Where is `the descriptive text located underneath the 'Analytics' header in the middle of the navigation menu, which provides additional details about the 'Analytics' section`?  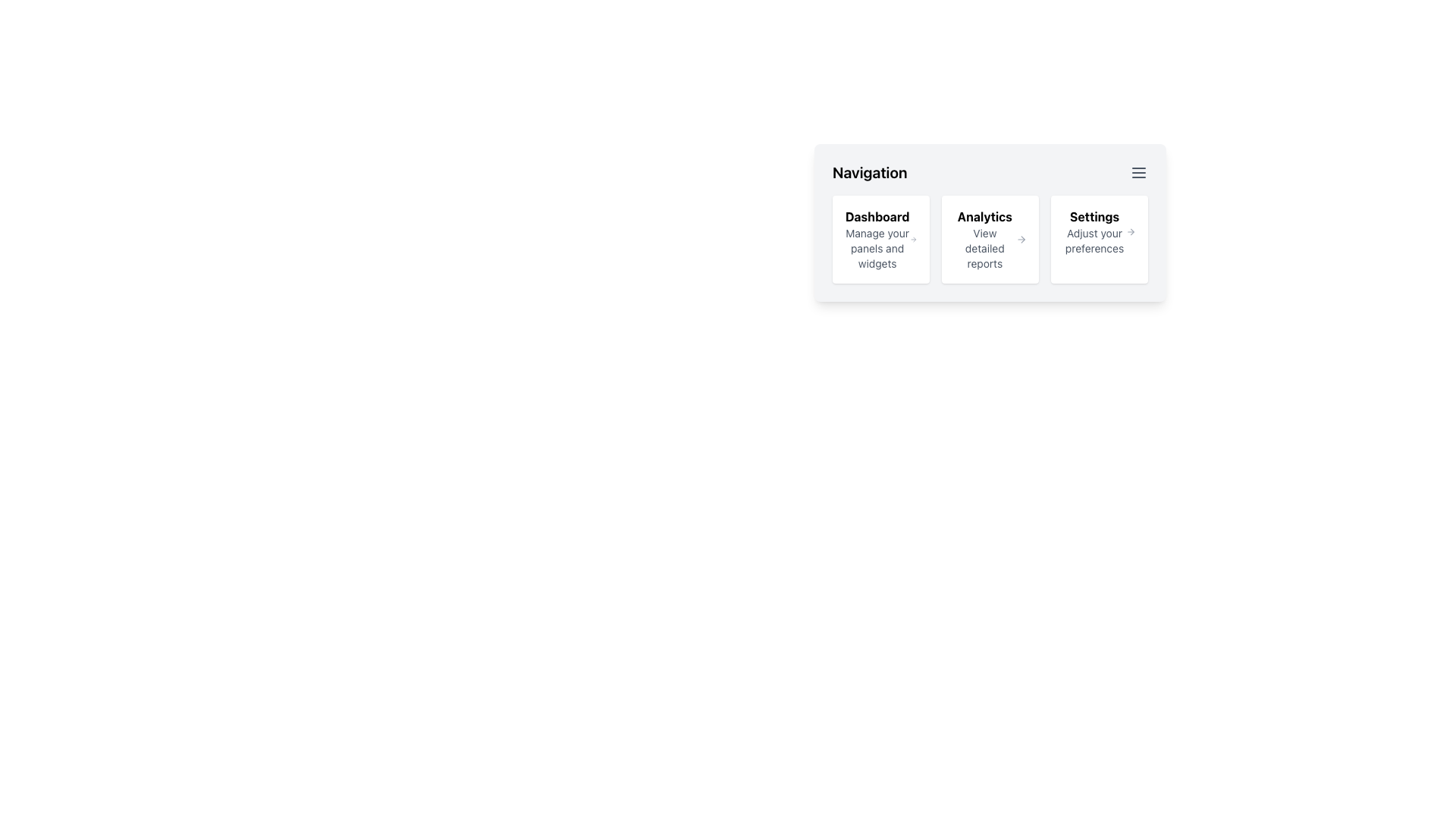
the descriptive text located underneath the 'Analytics' header in the middle of the navigation menu, which provides additional details about the 'Analytics' section is located at coordinates (984, 247).